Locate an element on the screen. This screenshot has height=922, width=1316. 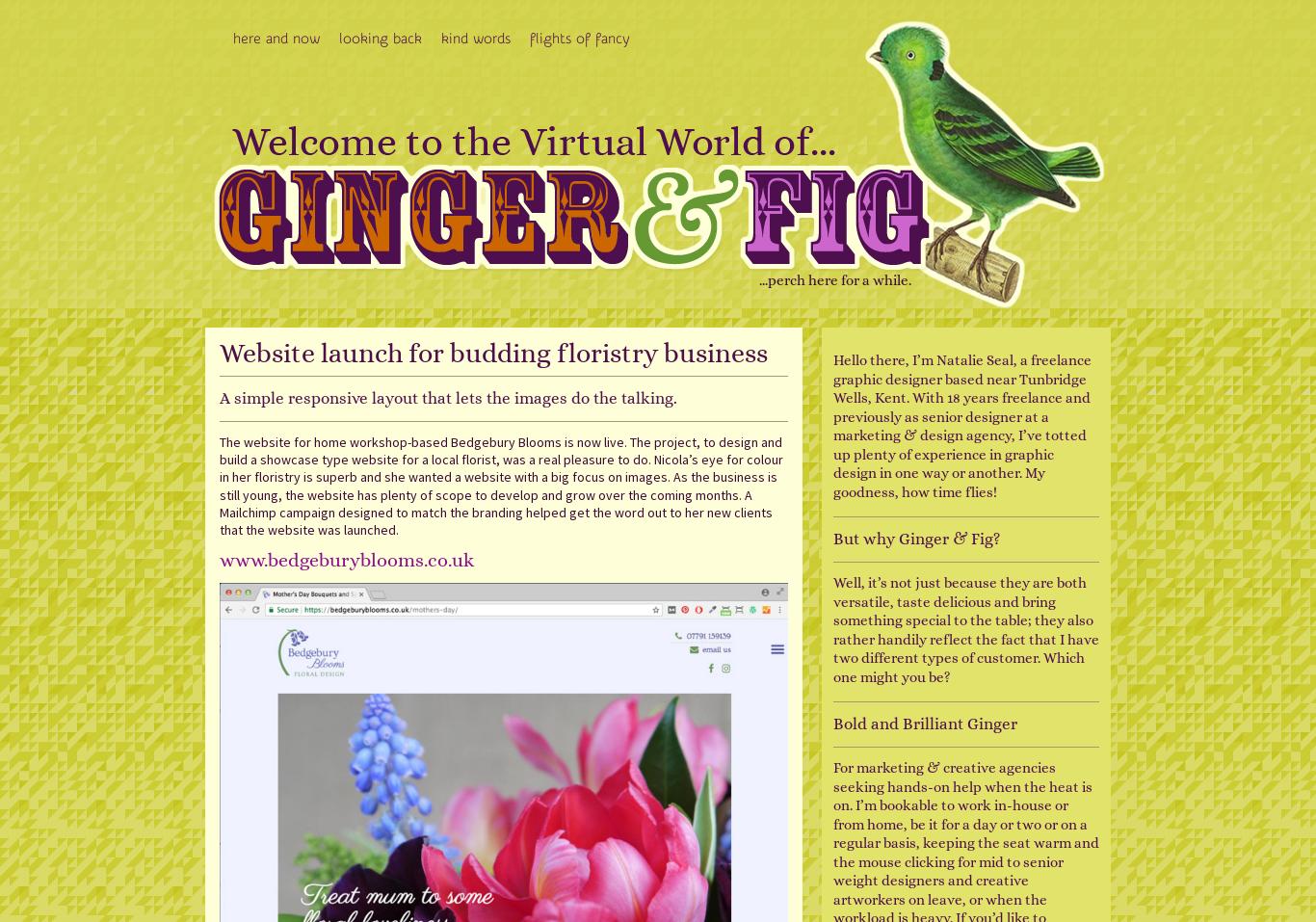
'kind words' is located at coordinates (440, 38).